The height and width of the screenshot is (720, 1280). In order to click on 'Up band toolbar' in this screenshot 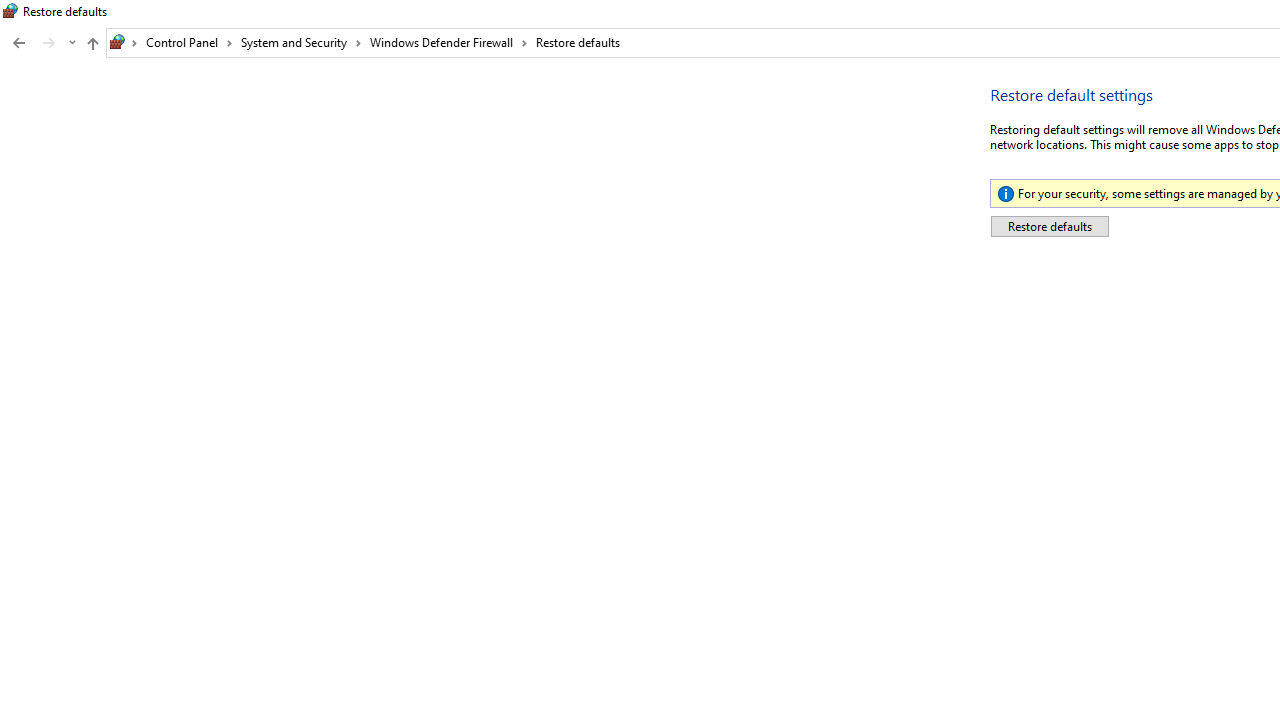, I will do `click(91, 45)`.